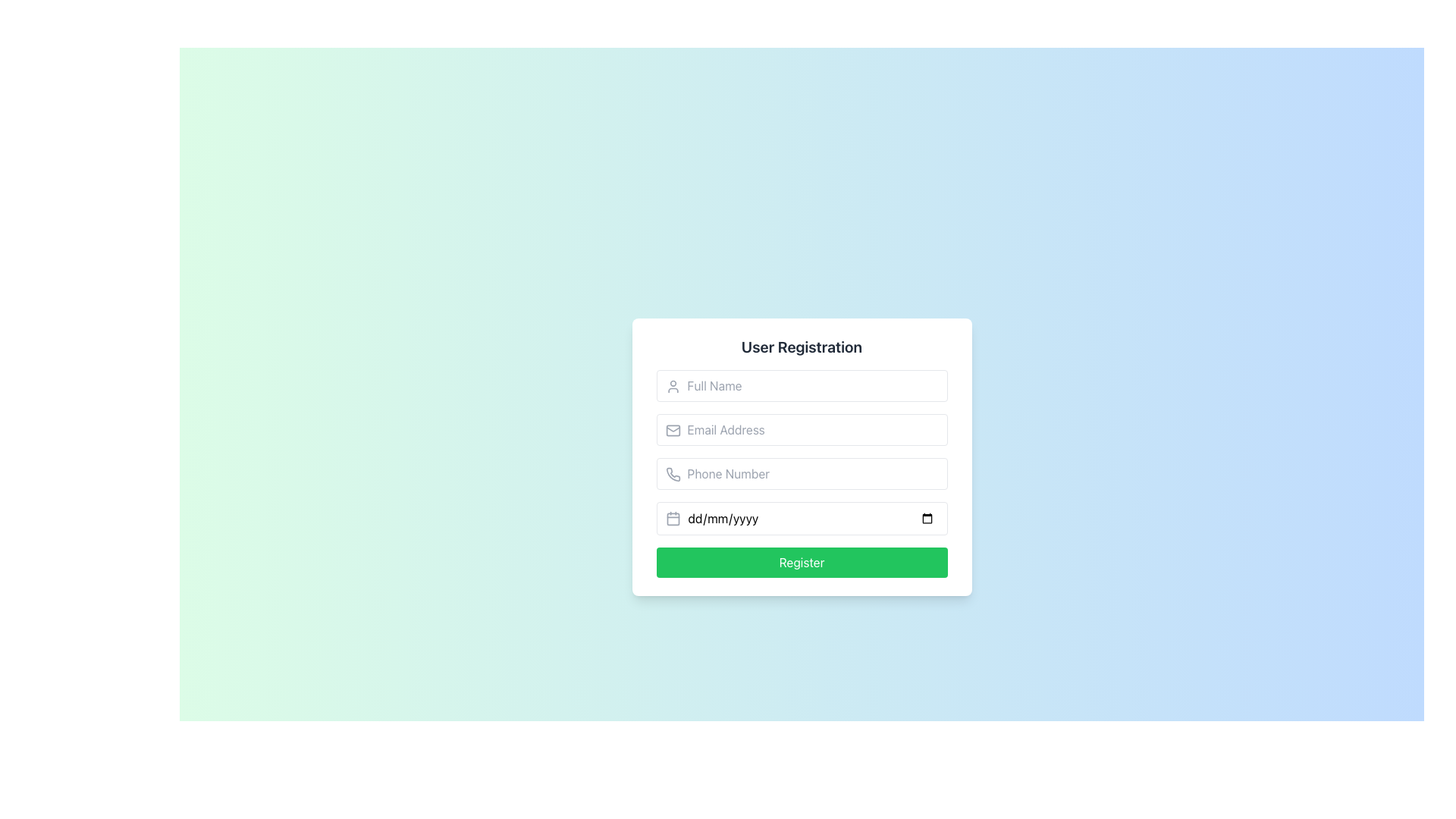 The image size is (1456, 819). Describe the element at coordinates (672, 430) in the screenshot. I see `the envelope icon that indicates the email address input field in the registration form, positioned at the top-left of the field` at that location.